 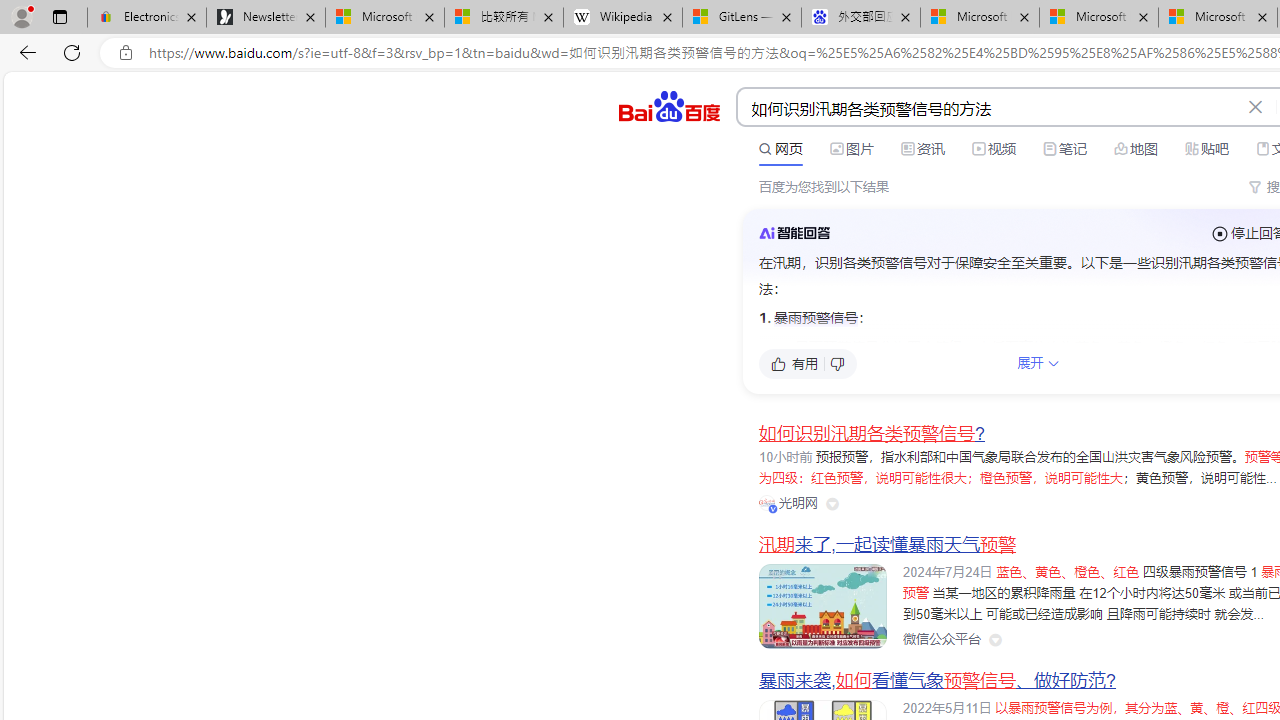 What do you see at coordinates (125, 52) in the screenshot?
I see `'View site information'` at bounding box center [125, 52].